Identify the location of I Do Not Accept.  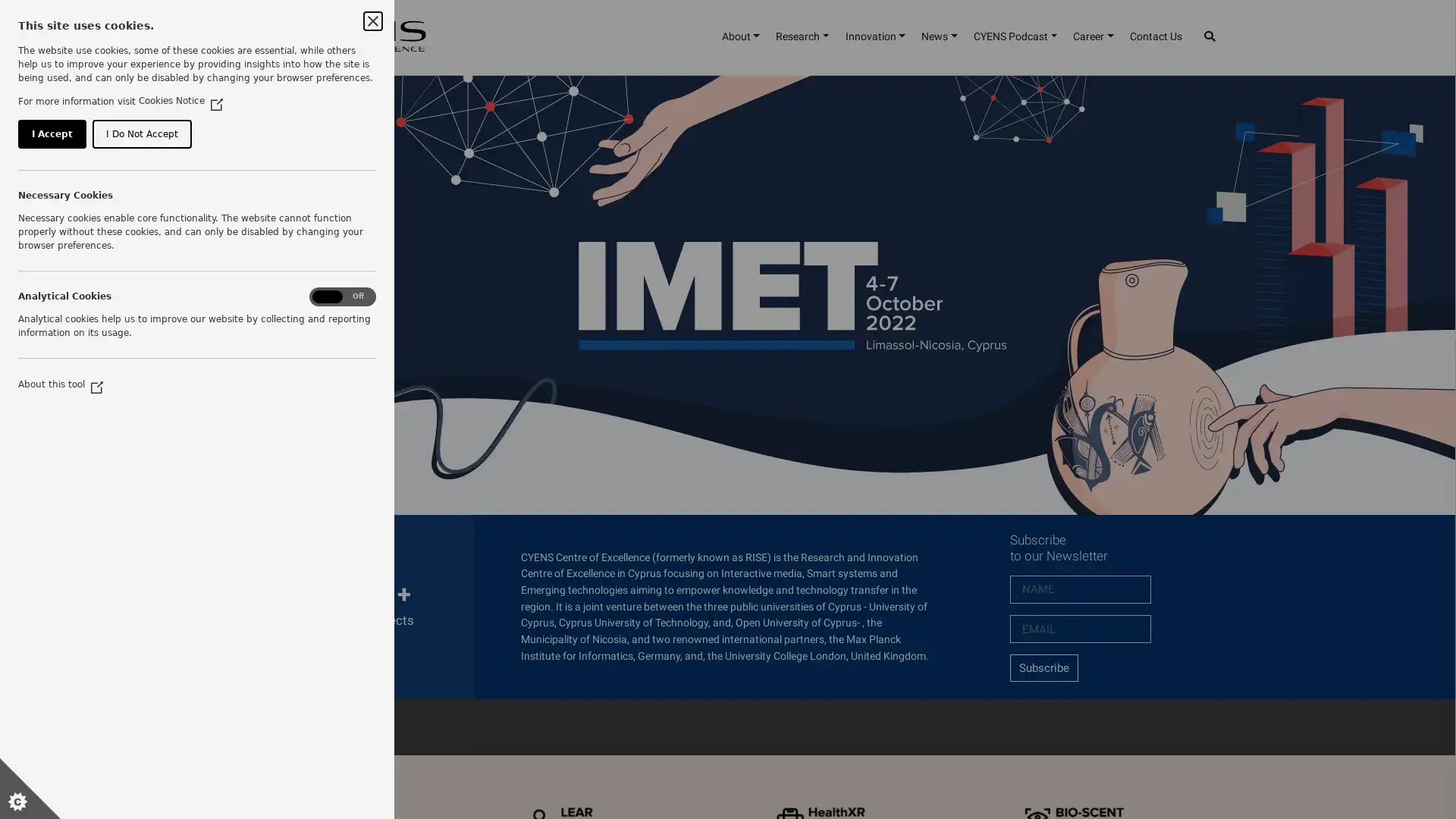
(167, 205).